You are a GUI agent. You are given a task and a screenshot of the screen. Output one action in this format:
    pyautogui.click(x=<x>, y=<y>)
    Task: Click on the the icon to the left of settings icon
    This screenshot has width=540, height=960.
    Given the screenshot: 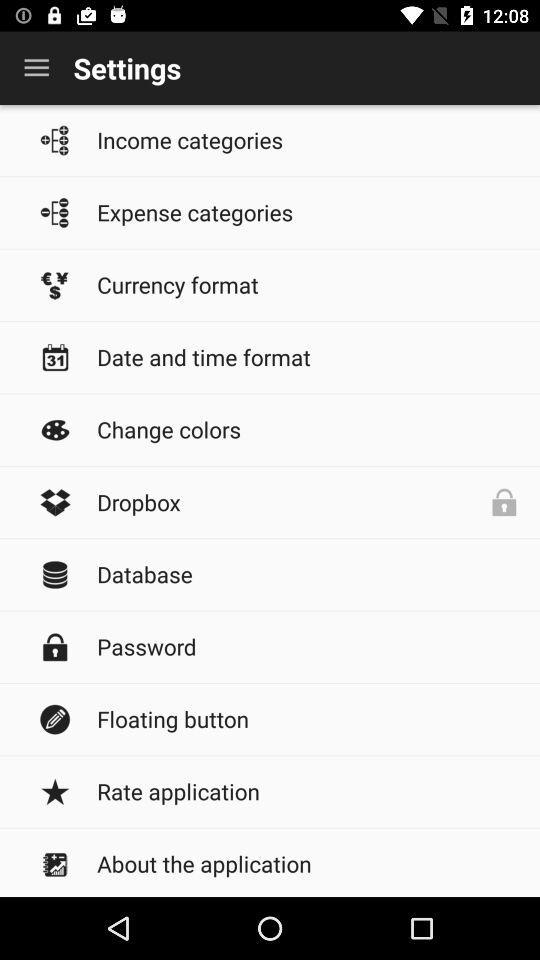 What is the action you would take?
    pyautogui.click(x=36, y=68)
    